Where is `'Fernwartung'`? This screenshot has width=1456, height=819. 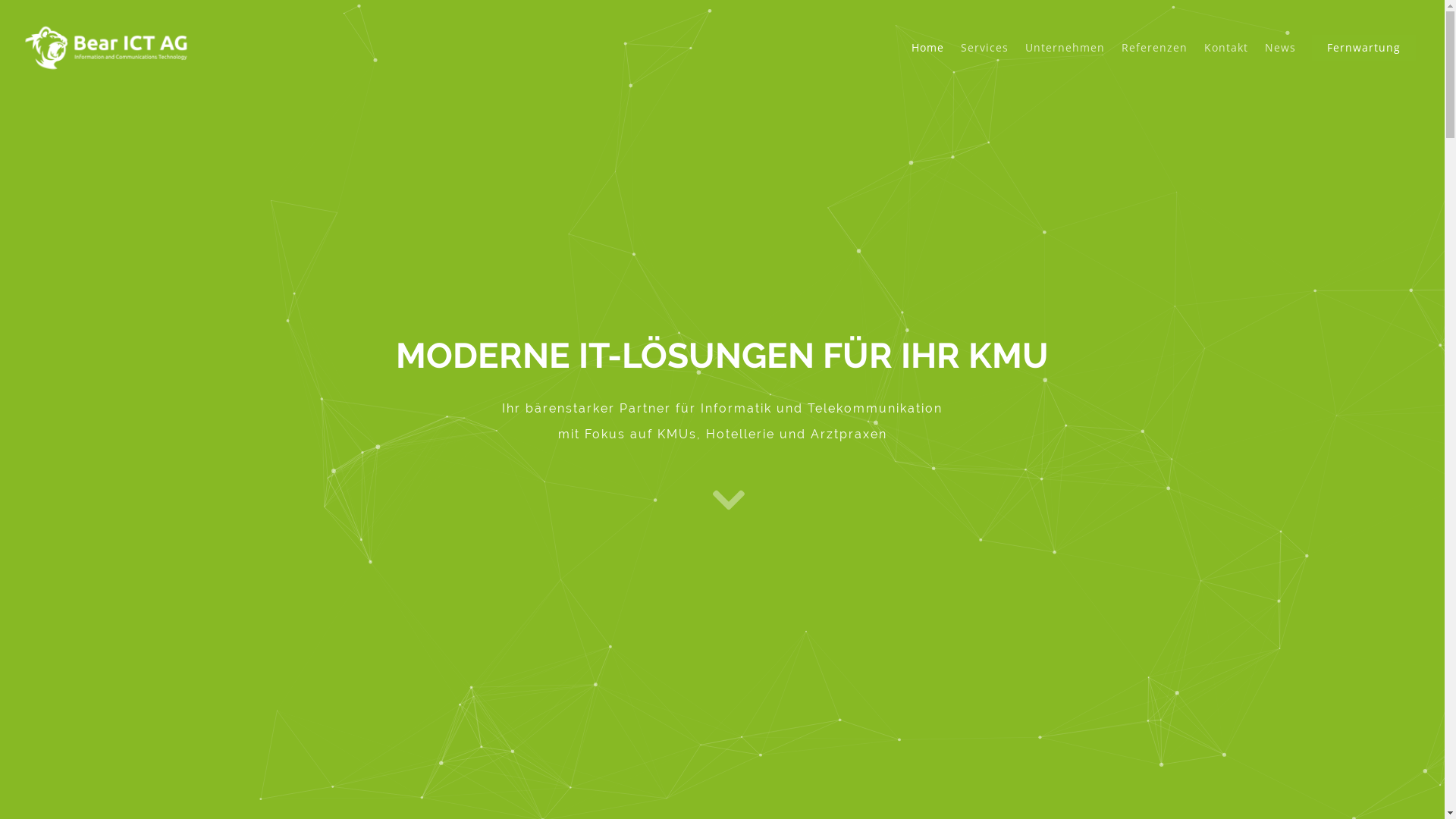
'Fernwartung' is located at coordinates (1363, 58).